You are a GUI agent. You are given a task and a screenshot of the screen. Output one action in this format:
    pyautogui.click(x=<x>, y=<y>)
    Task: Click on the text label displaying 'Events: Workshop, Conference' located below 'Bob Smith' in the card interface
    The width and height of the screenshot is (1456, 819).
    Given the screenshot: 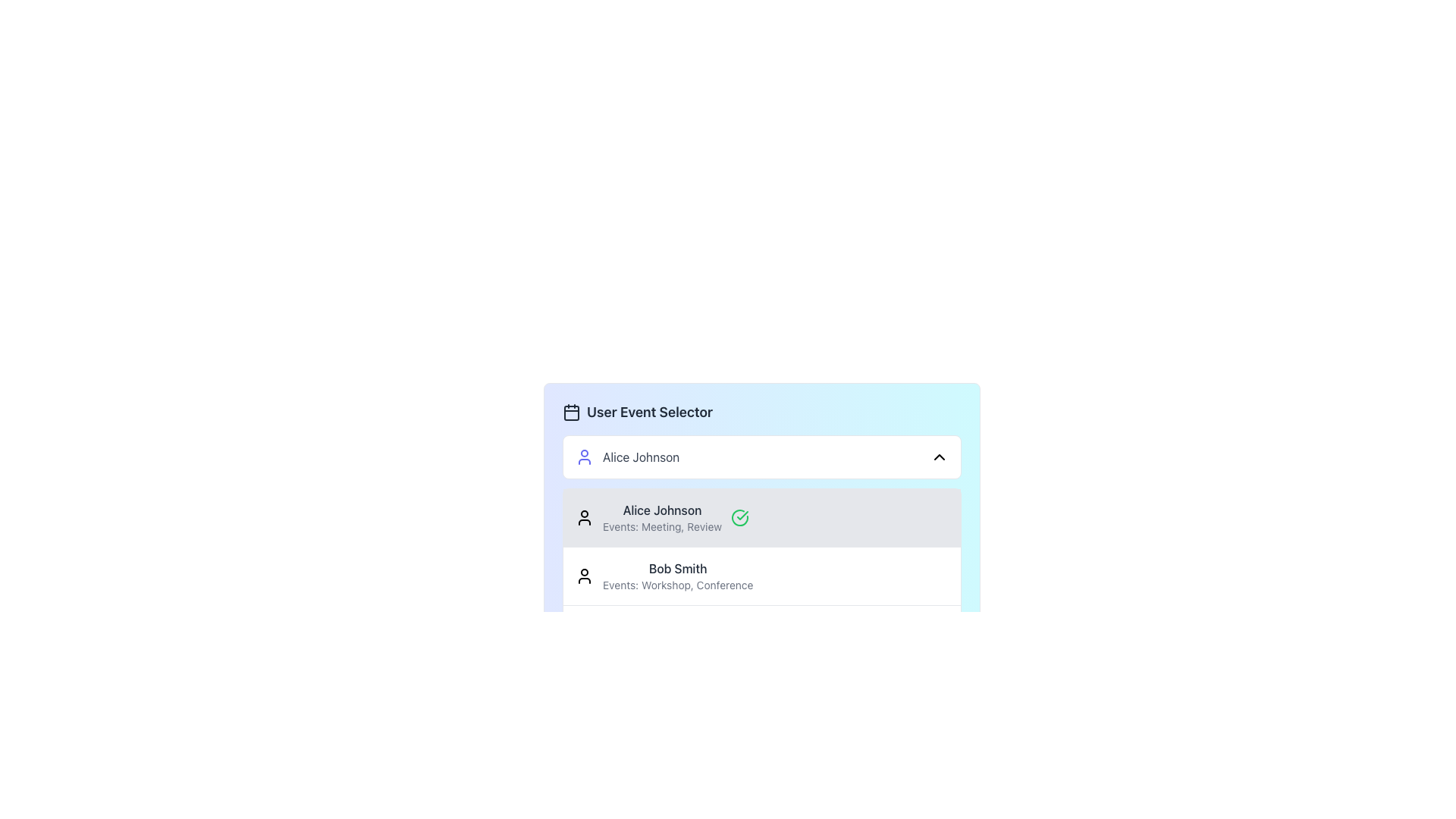 What is the action you would take?
    pyautogui.click(x=677, y=584)
    